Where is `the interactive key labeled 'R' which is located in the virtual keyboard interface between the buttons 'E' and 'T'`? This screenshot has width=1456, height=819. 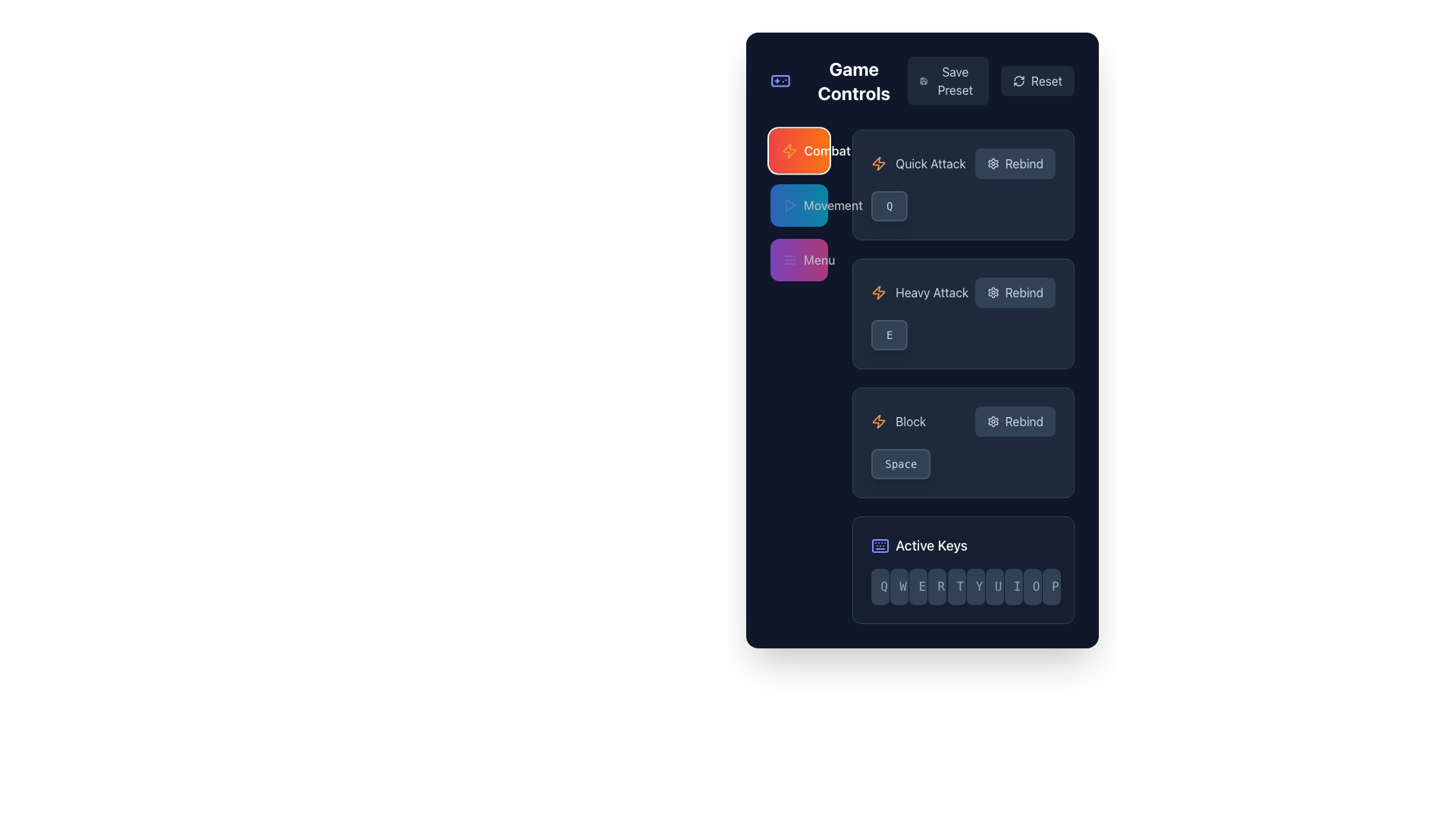
the interactive key labeled 'R' which is located in the virtual keyboard interface between the buttons 'E' and 'T' is located at coordinates (937, 586).